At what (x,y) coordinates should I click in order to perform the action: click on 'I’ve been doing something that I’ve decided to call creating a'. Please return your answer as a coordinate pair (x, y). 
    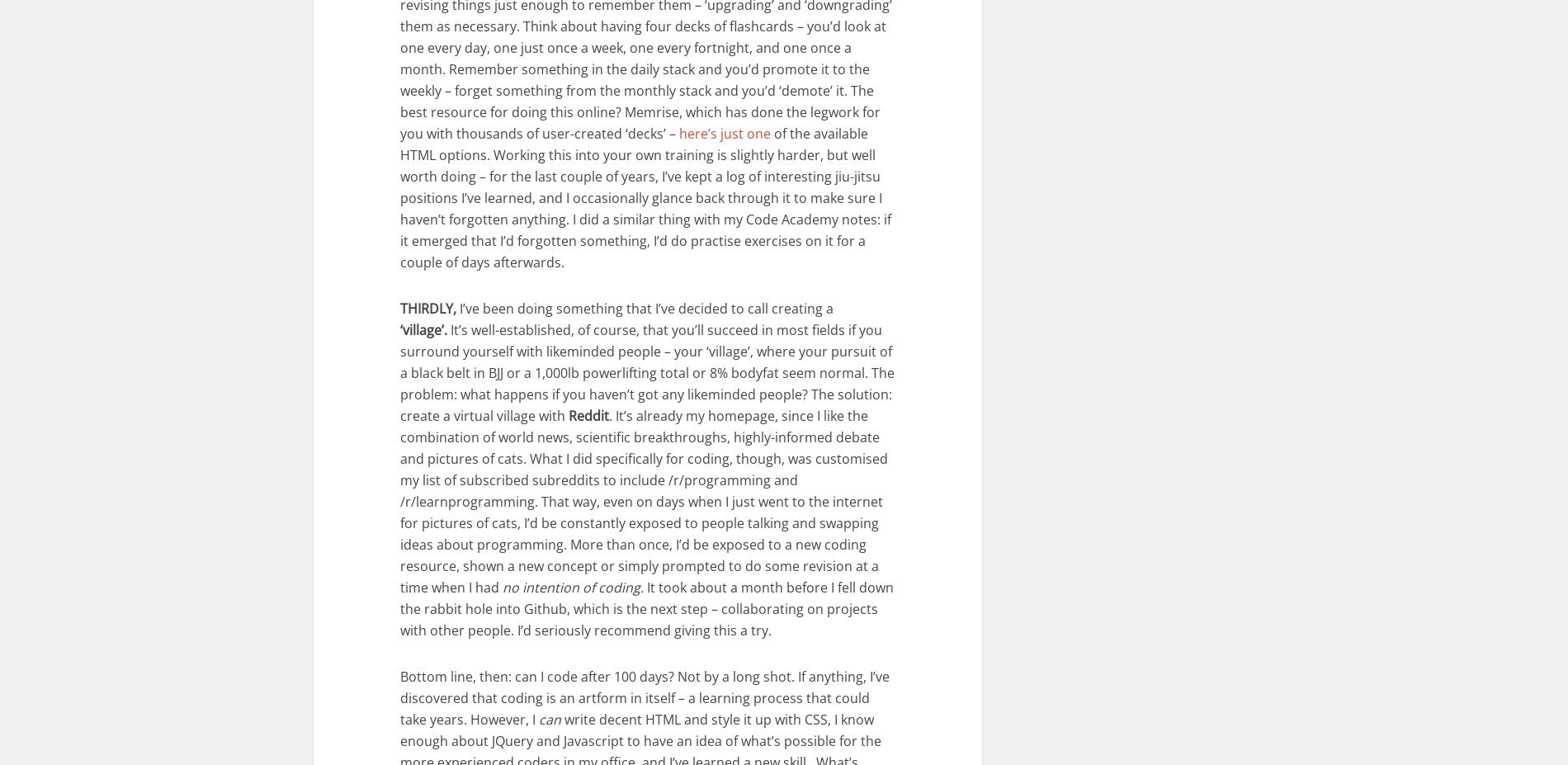
    Looking at the image, I should click on (644, 307).